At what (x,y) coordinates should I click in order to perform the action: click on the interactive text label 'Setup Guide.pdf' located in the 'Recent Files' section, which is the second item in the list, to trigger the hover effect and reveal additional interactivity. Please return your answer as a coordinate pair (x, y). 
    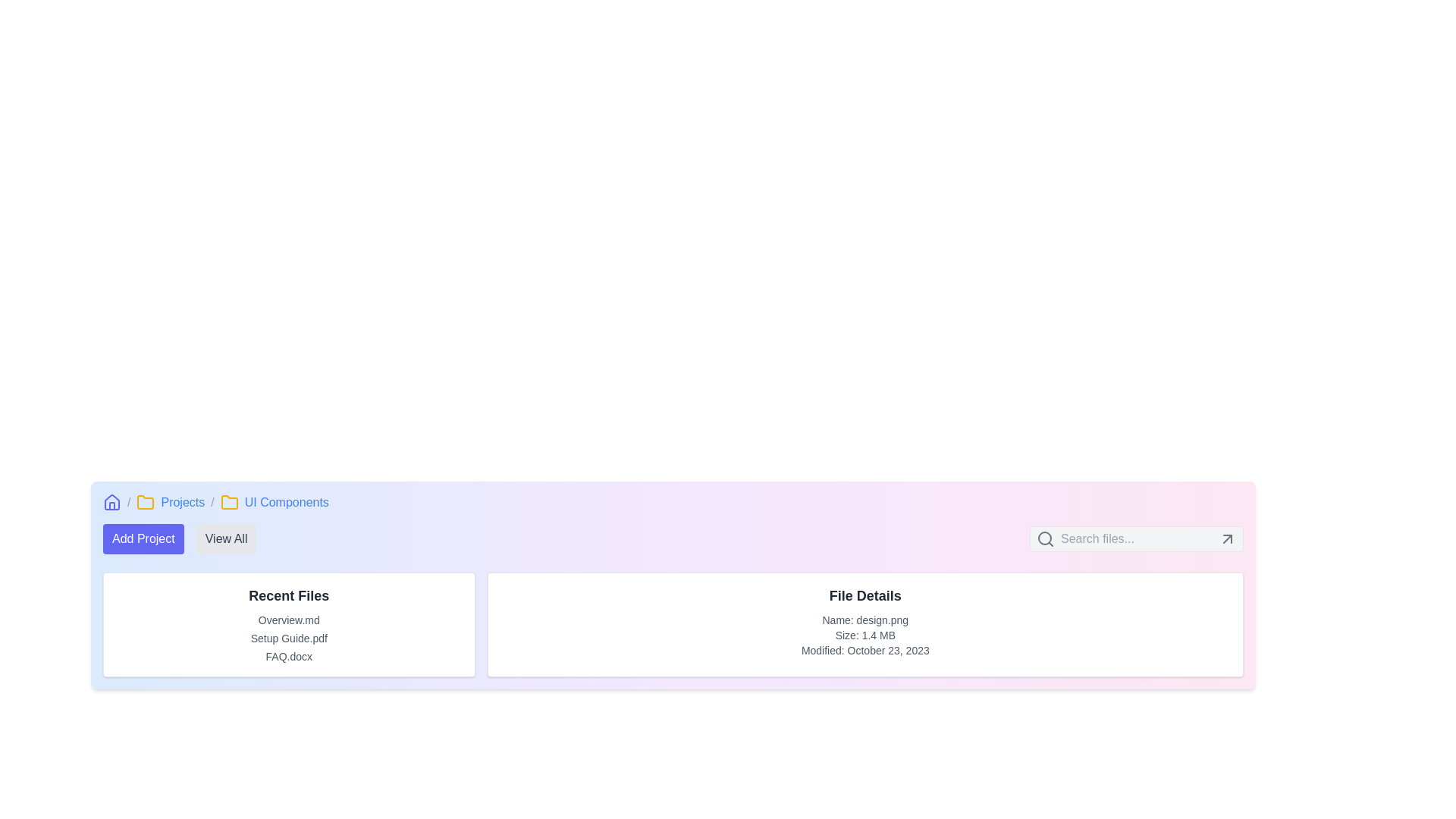
    Looking at the image, I should click on (289, 638).